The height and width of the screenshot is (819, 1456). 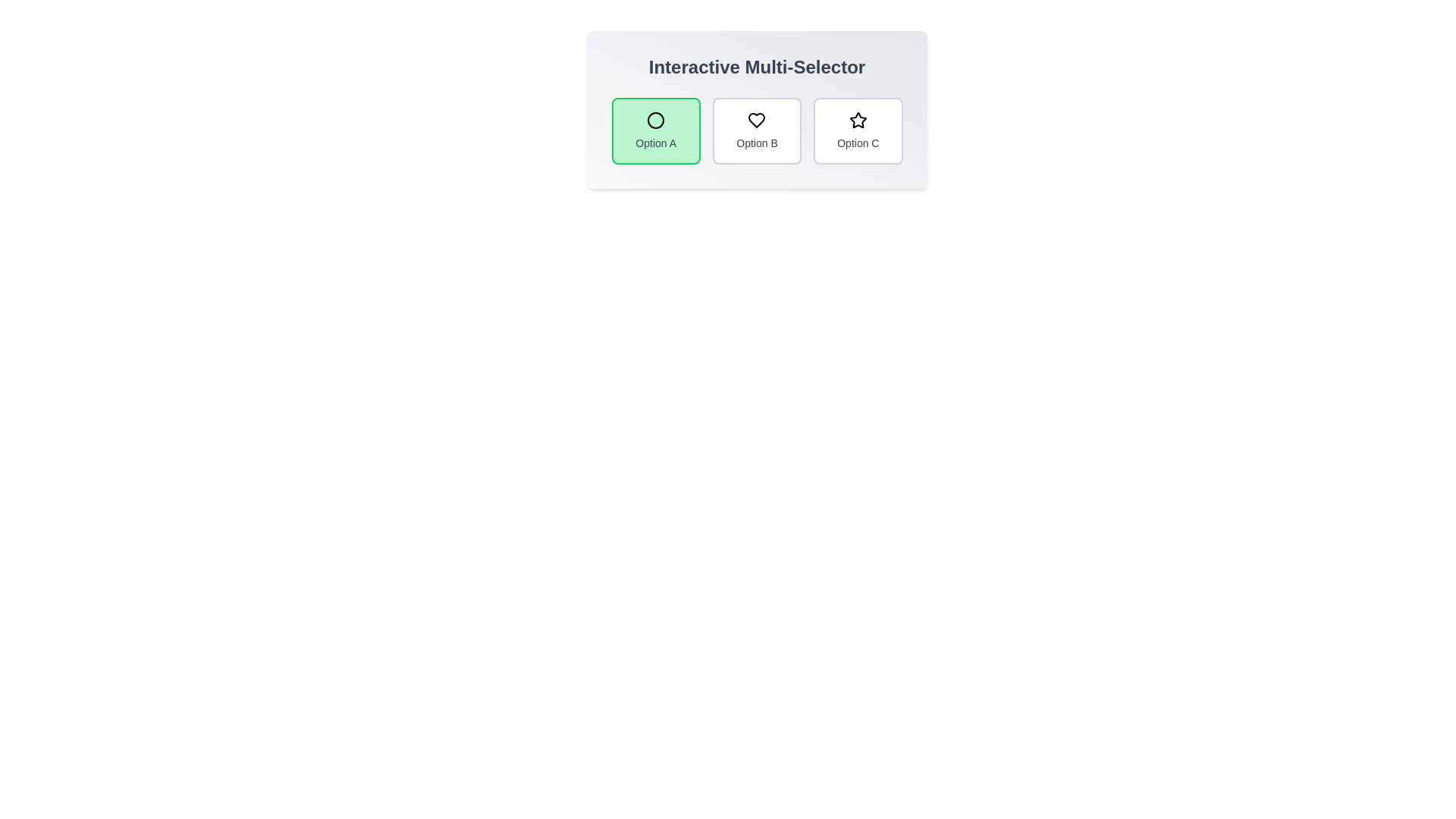 What do you see at coordinates (858, 130) in the screenshot?
I see `the button labeled Option C` at bounding box center [858, 130].